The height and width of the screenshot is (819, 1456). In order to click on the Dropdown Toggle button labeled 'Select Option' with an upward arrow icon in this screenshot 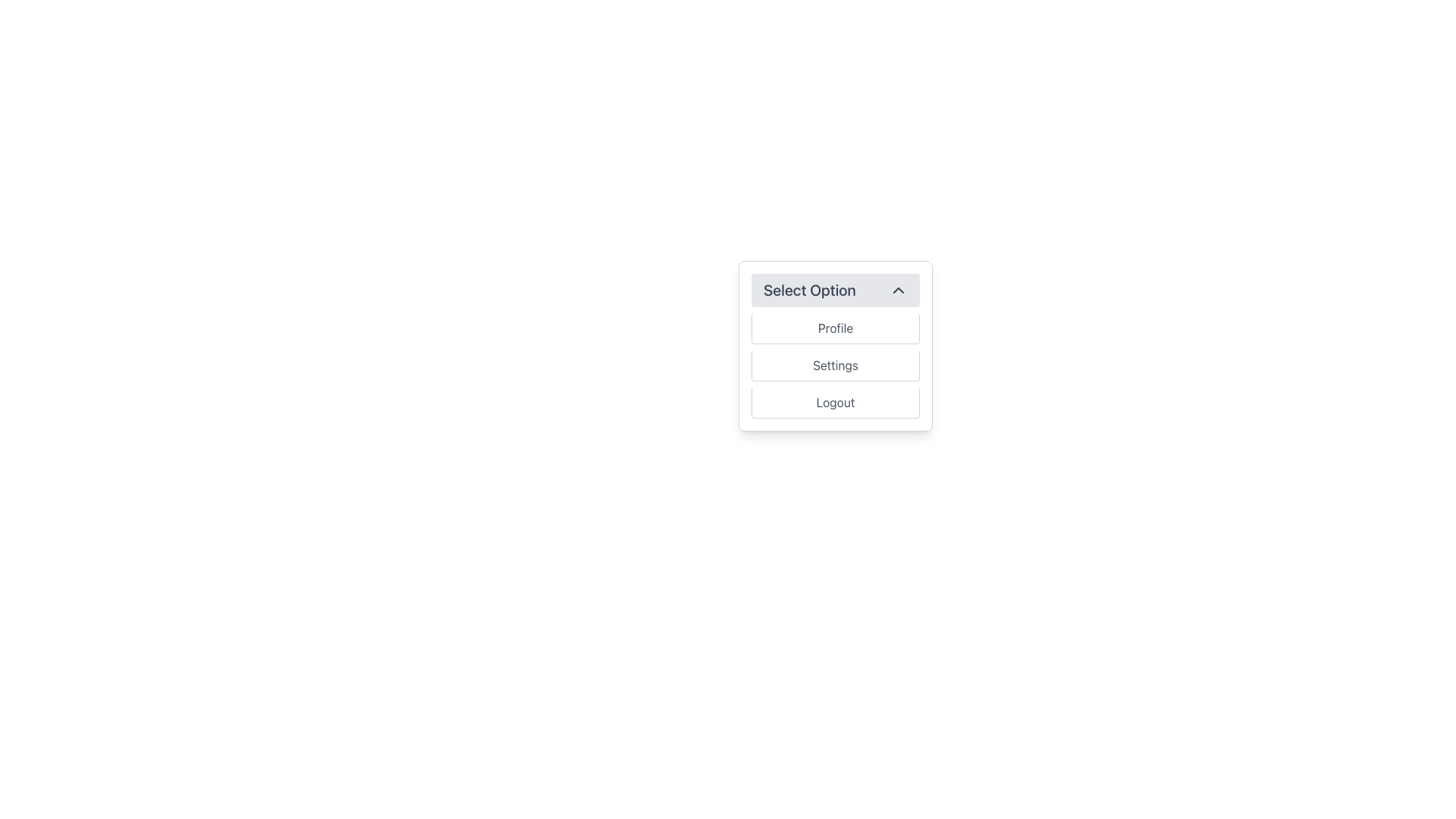, I will do `click(835, 290)`.